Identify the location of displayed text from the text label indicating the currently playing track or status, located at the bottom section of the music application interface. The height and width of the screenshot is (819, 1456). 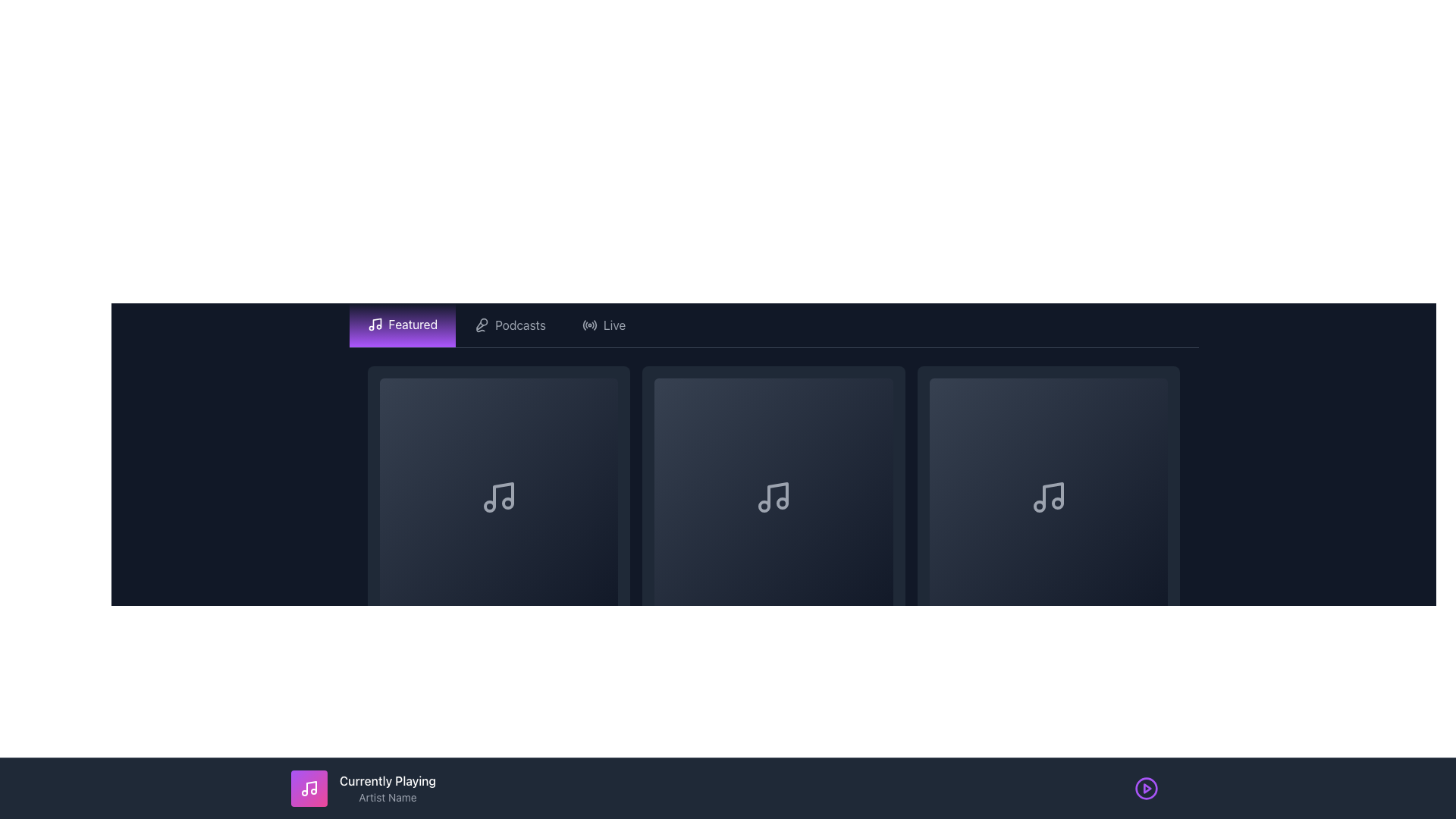
(388, 780).